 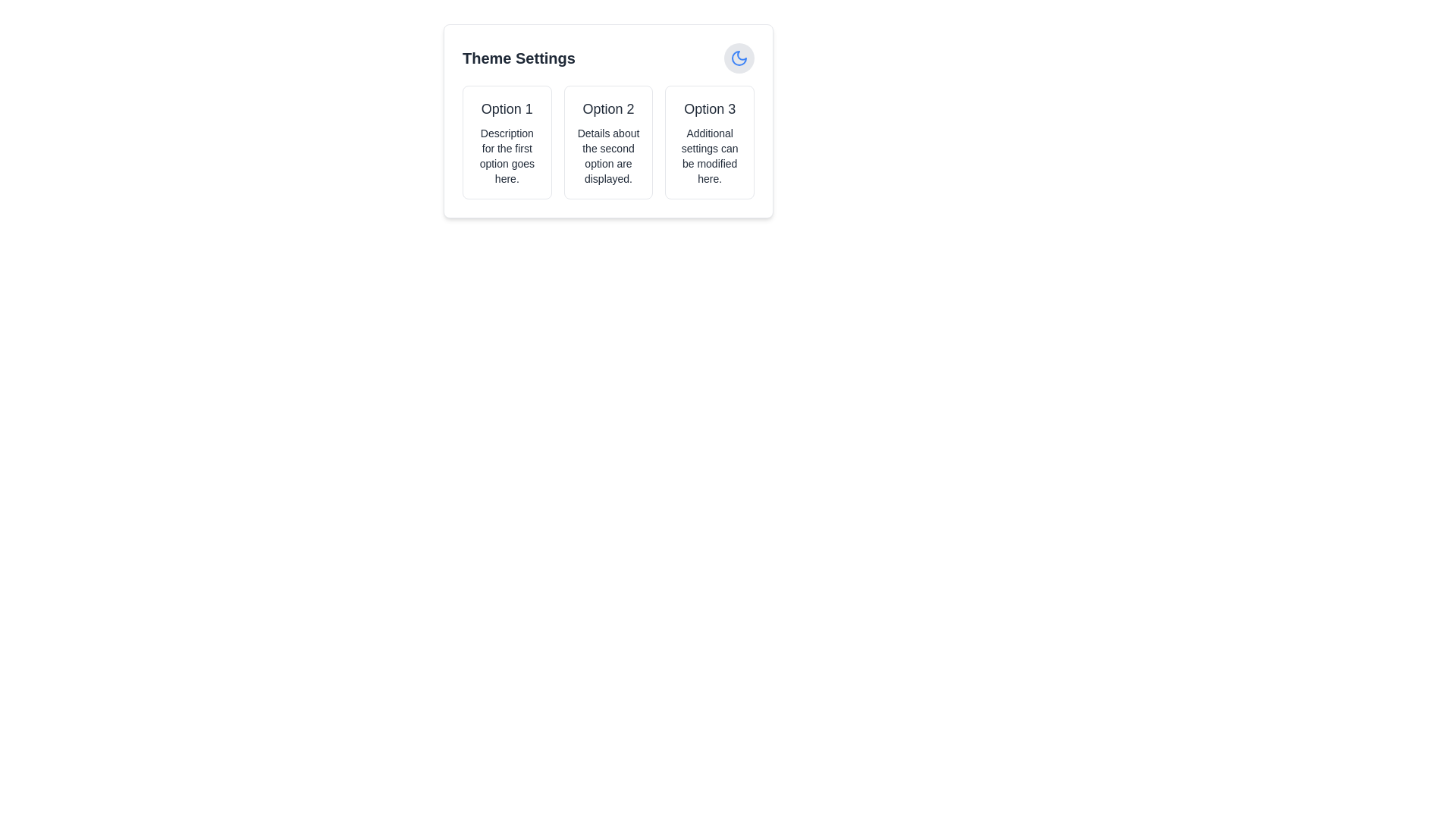 What do you see at coordinates (739, 58) in the screenshot?
I see `the circular crescent moon icon with a blue stroke located in the top-right corner of the card labeled 'Theme Settings'` at bounding box center [739, 58].